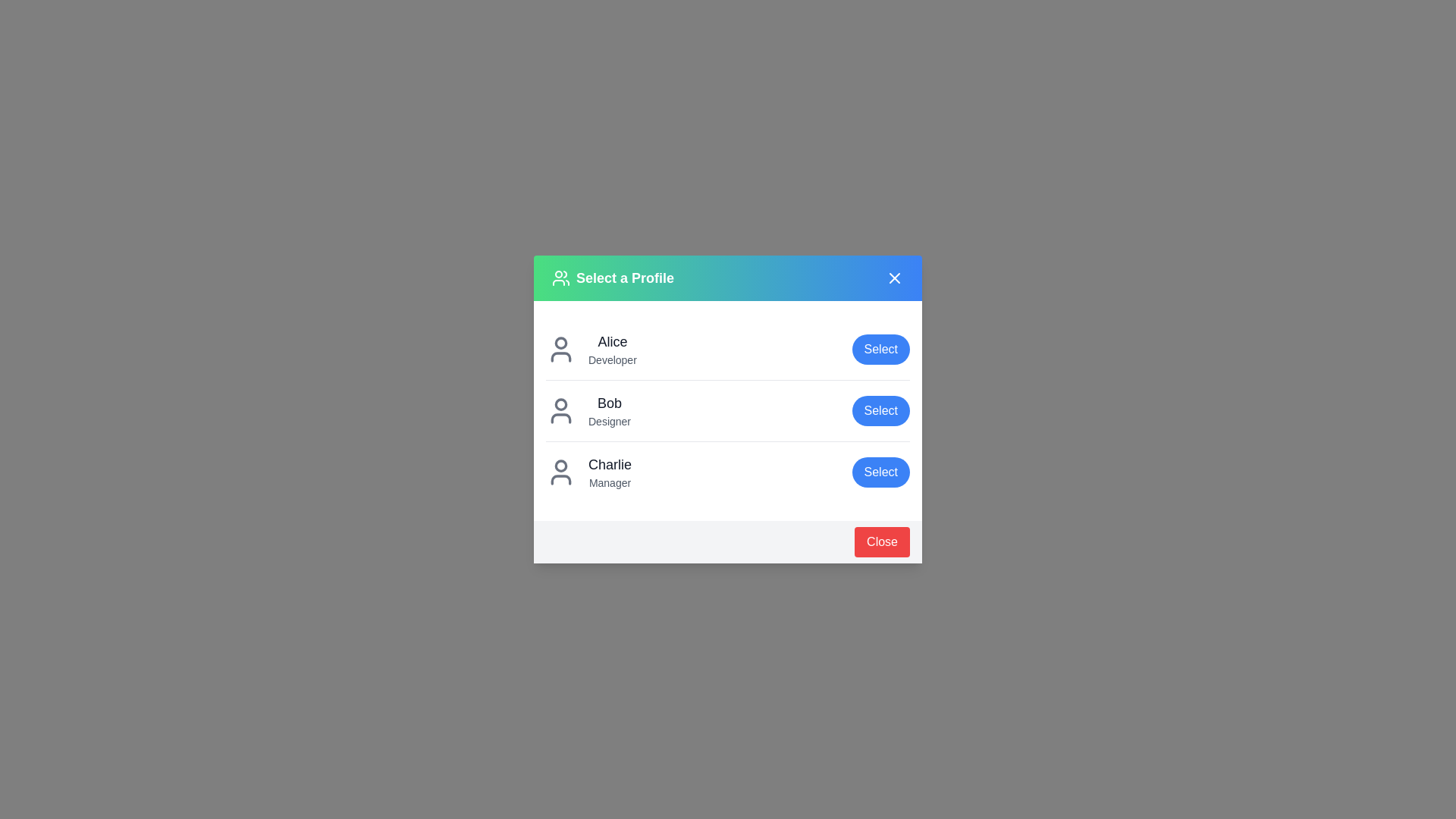 This screenshot has width=1456, height=819. Describe the element at coordinates (880, 350) in the screenshot. I see `the 'Select' button for the user profile Alice` at that location.